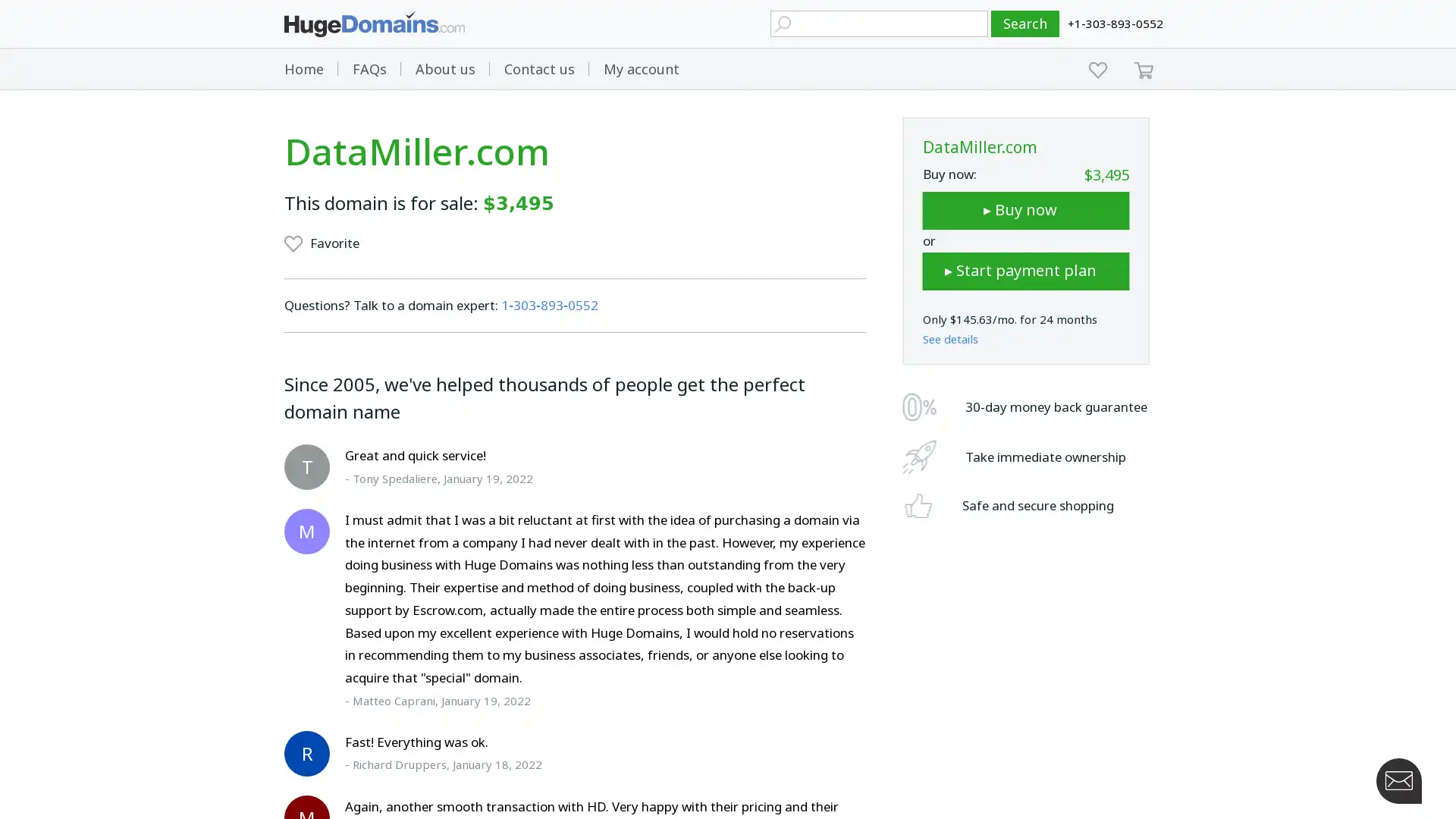 The height and width of the screenshot is (819, 1456). I want to click on Search, so click(1025, 24).